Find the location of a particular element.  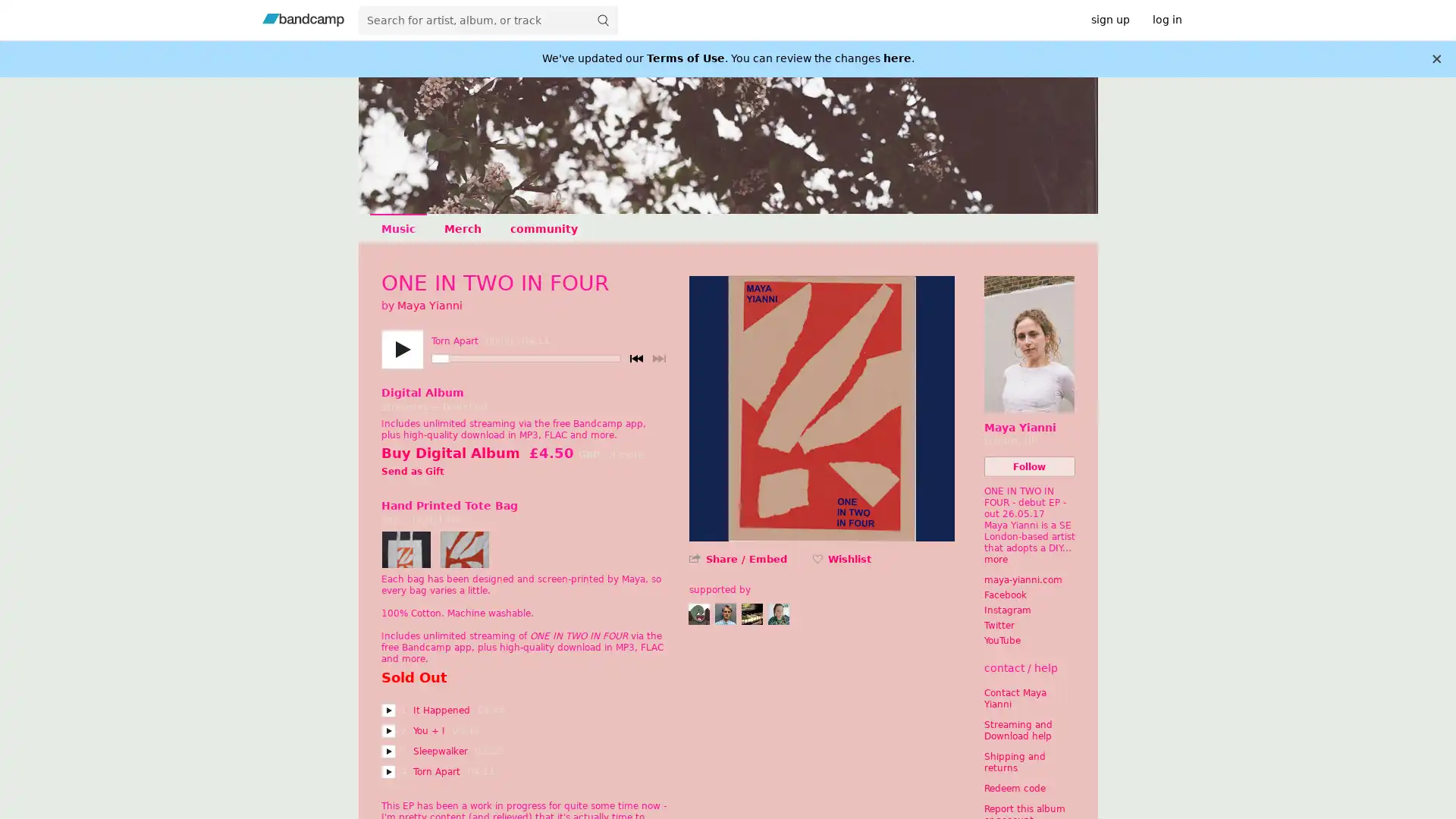

submit for full search page is located at coordinates (602, 20).